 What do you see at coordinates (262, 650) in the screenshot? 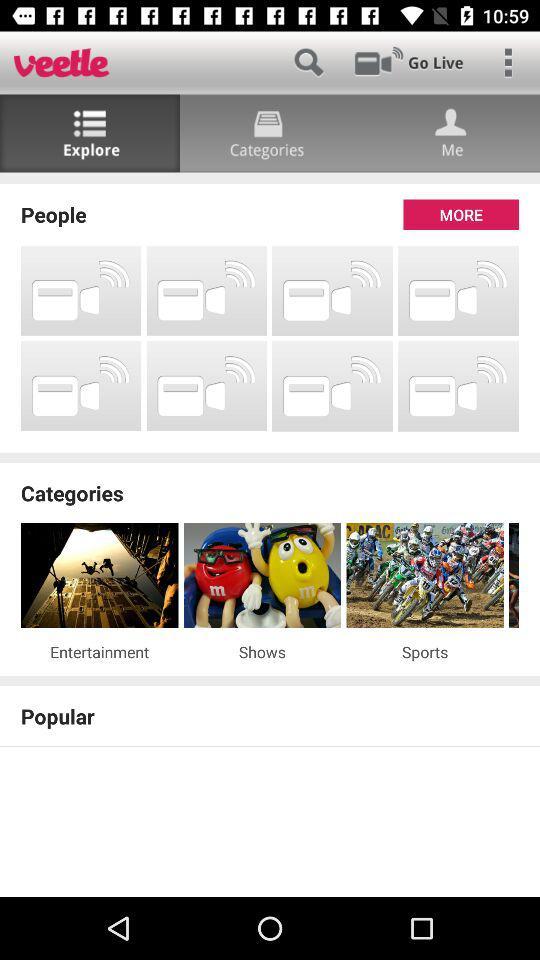
I see `the icon next to the sports icon` at bounding box center [262, 650].